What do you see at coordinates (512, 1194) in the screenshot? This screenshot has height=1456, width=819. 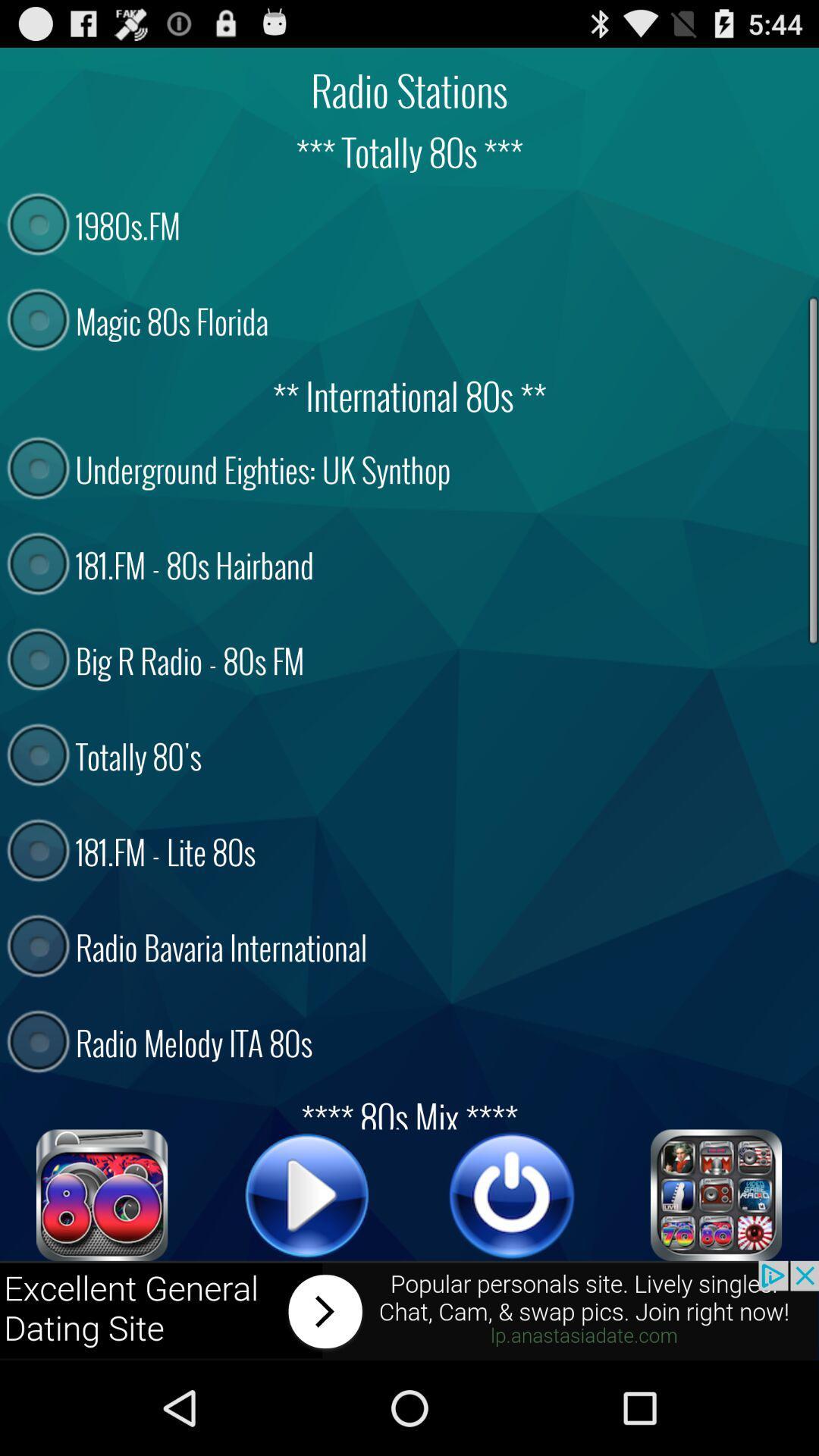 I see `audio` at bounding box center [512, 1194].